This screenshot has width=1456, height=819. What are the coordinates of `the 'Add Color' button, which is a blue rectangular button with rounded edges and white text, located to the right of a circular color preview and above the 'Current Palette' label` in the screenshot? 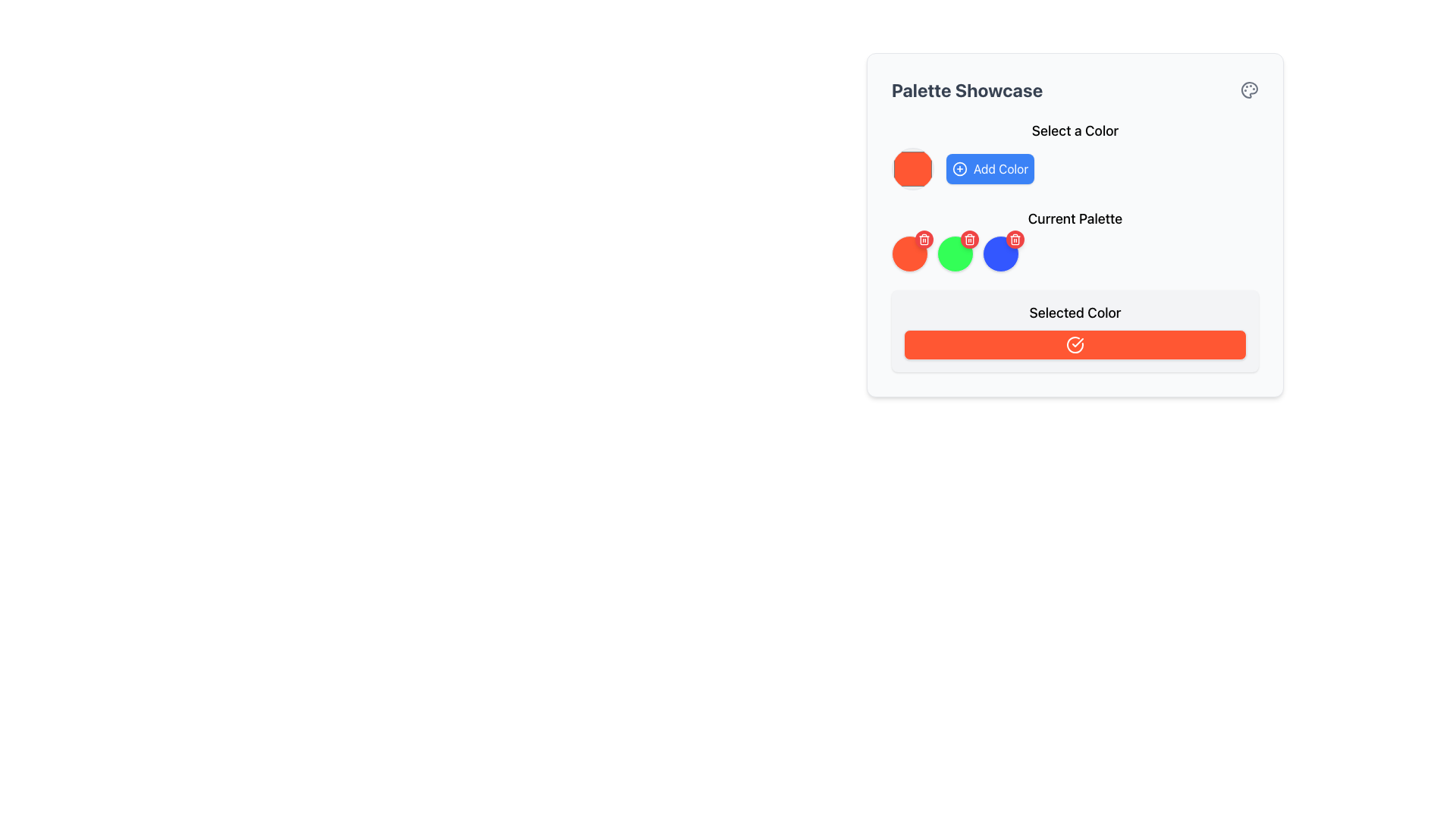 It's located at (990, 169).